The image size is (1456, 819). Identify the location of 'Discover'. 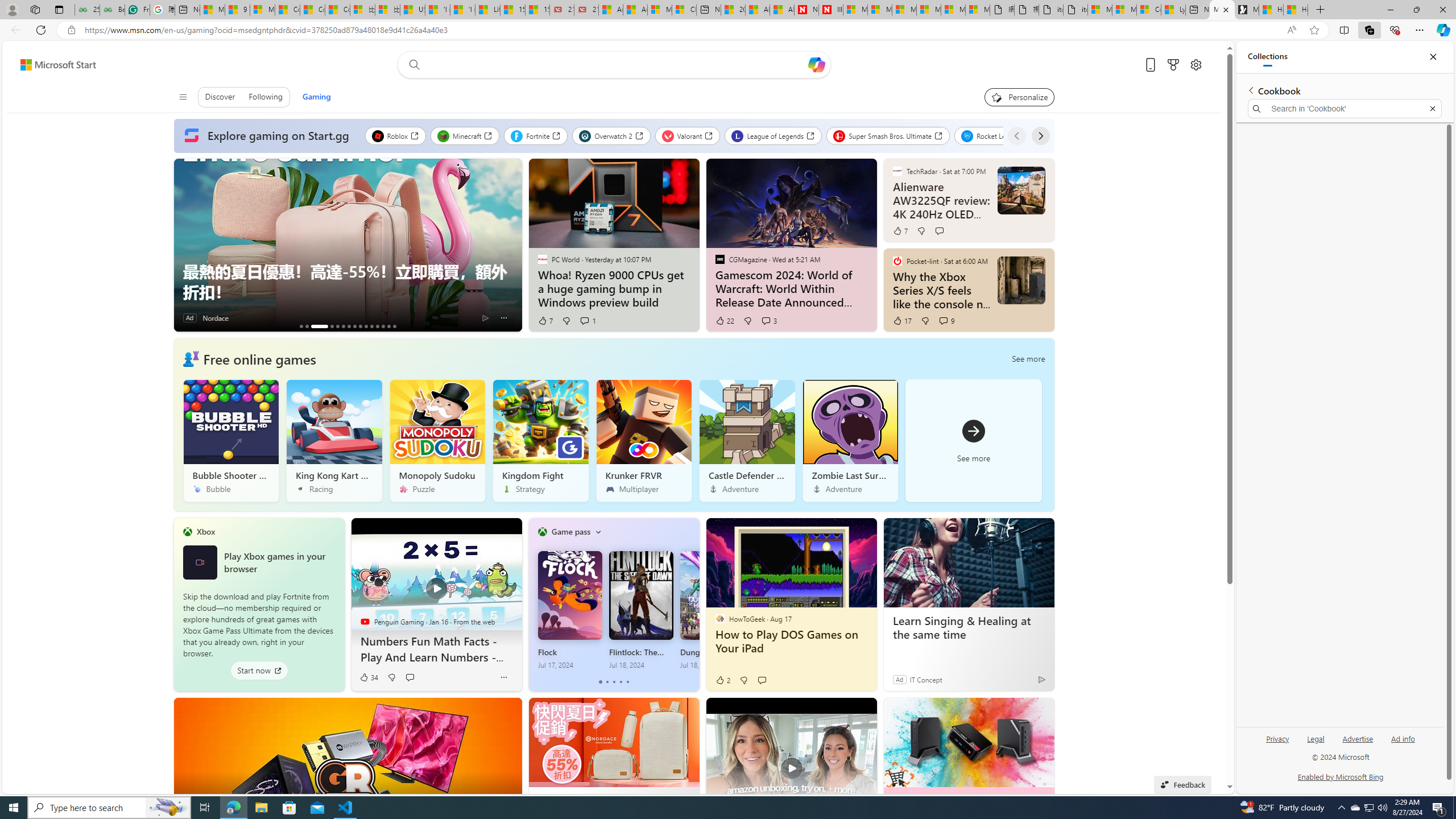
(220, 97).